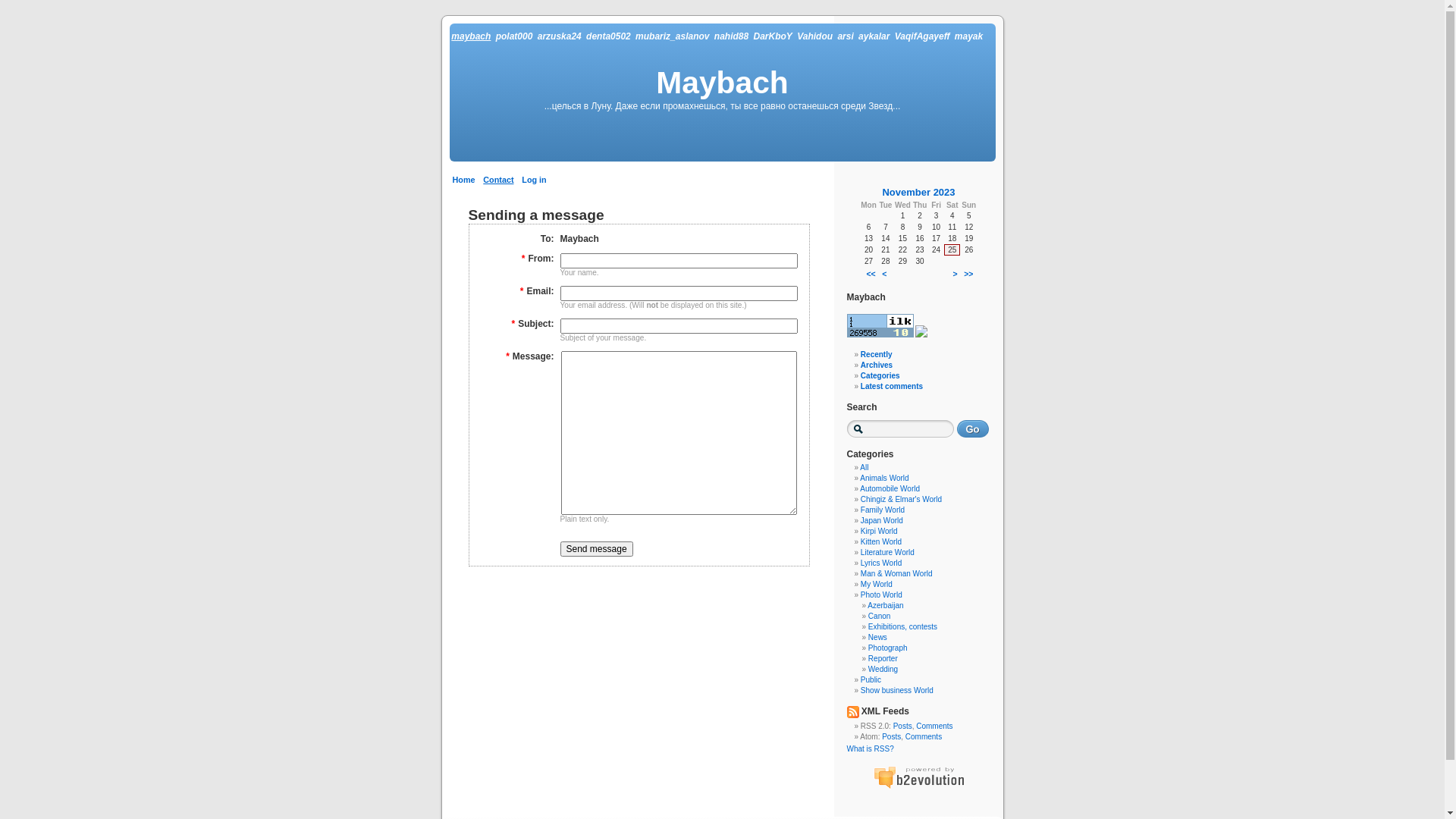  Describe the element at coordinates (902, 725) in the screenshot. I see `'Posts'` at that location.